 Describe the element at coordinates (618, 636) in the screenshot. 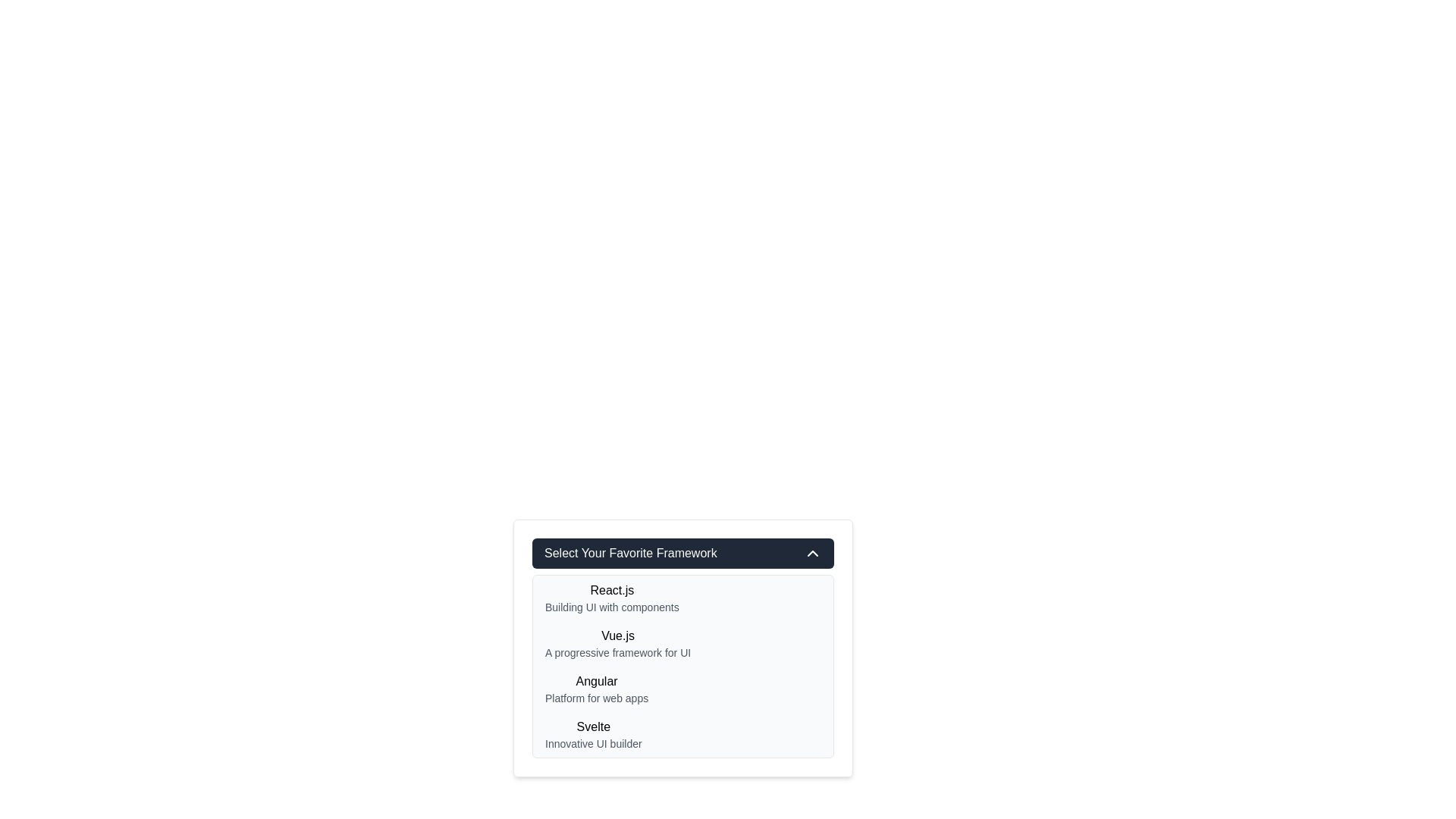

I see `the static text element reading 'Vue.js' within the 'Select Your Favorite Framework' dropdown menu` at that location.